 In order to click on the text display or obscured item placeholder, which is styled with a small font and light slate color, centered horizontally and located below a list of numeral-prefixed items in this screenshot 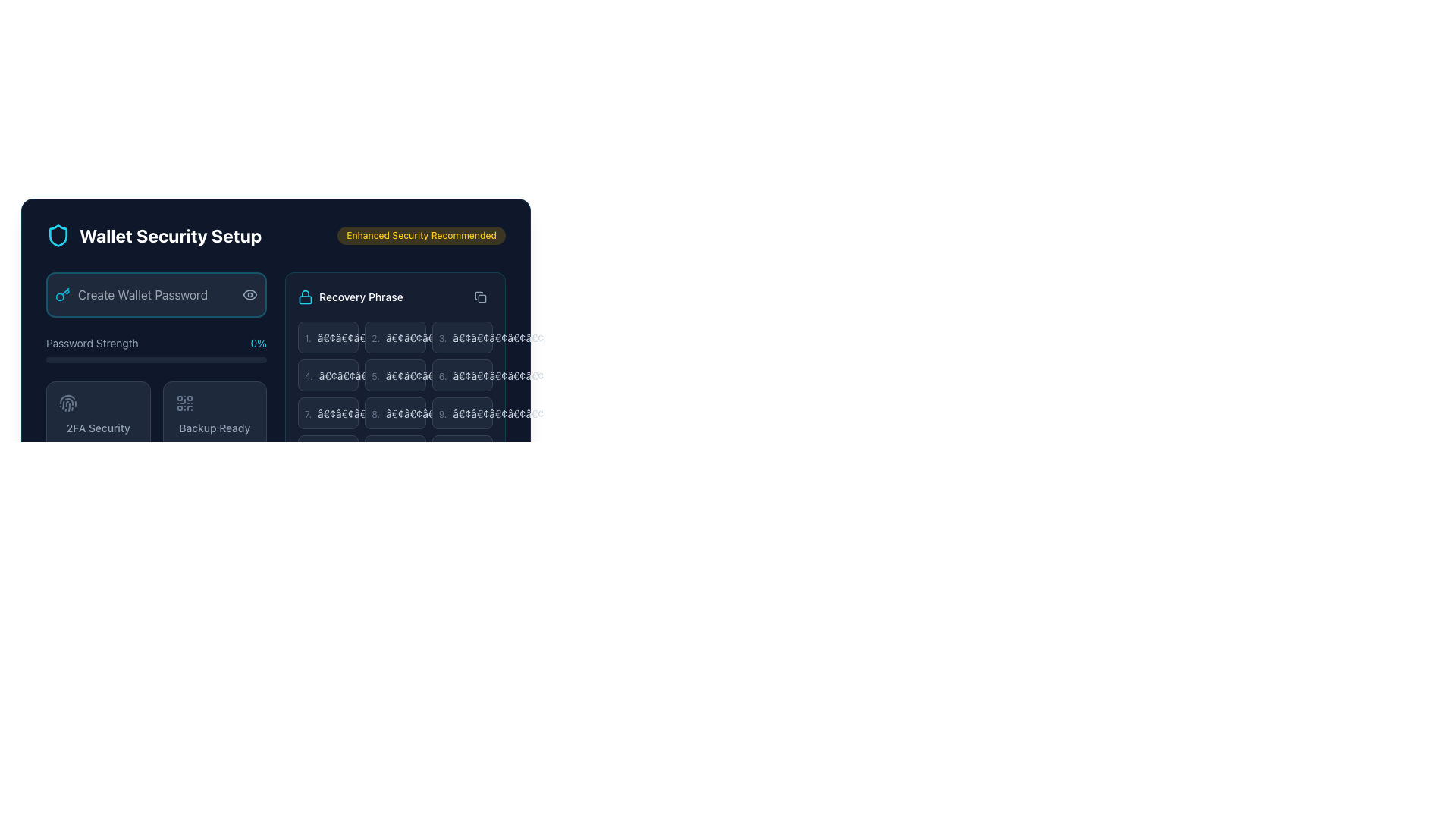, I will do `click(362, 413)`.